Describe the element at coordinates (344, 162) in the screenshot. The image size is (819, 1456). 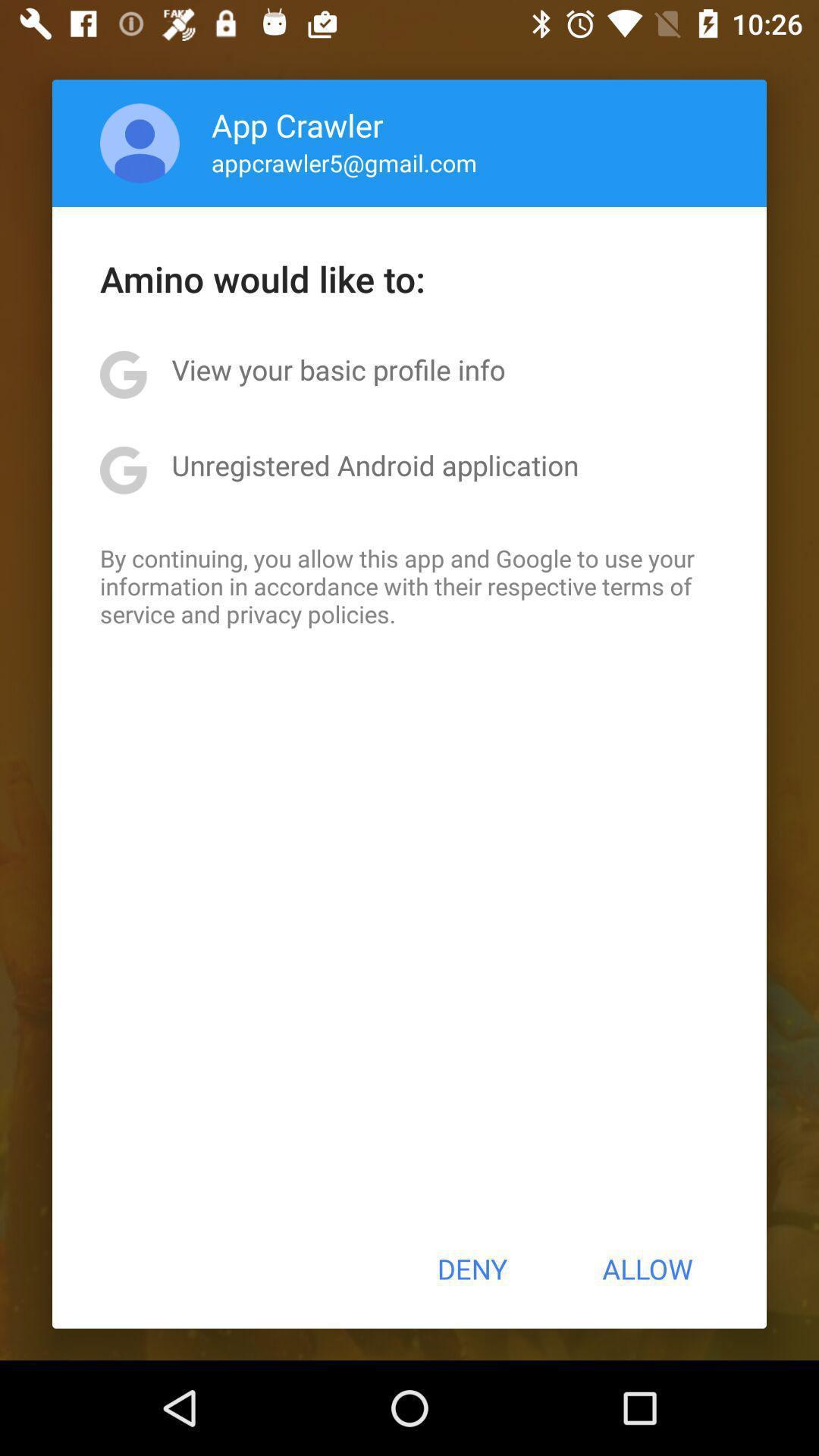
I see `appcrawler5@gmail.com` at that location.